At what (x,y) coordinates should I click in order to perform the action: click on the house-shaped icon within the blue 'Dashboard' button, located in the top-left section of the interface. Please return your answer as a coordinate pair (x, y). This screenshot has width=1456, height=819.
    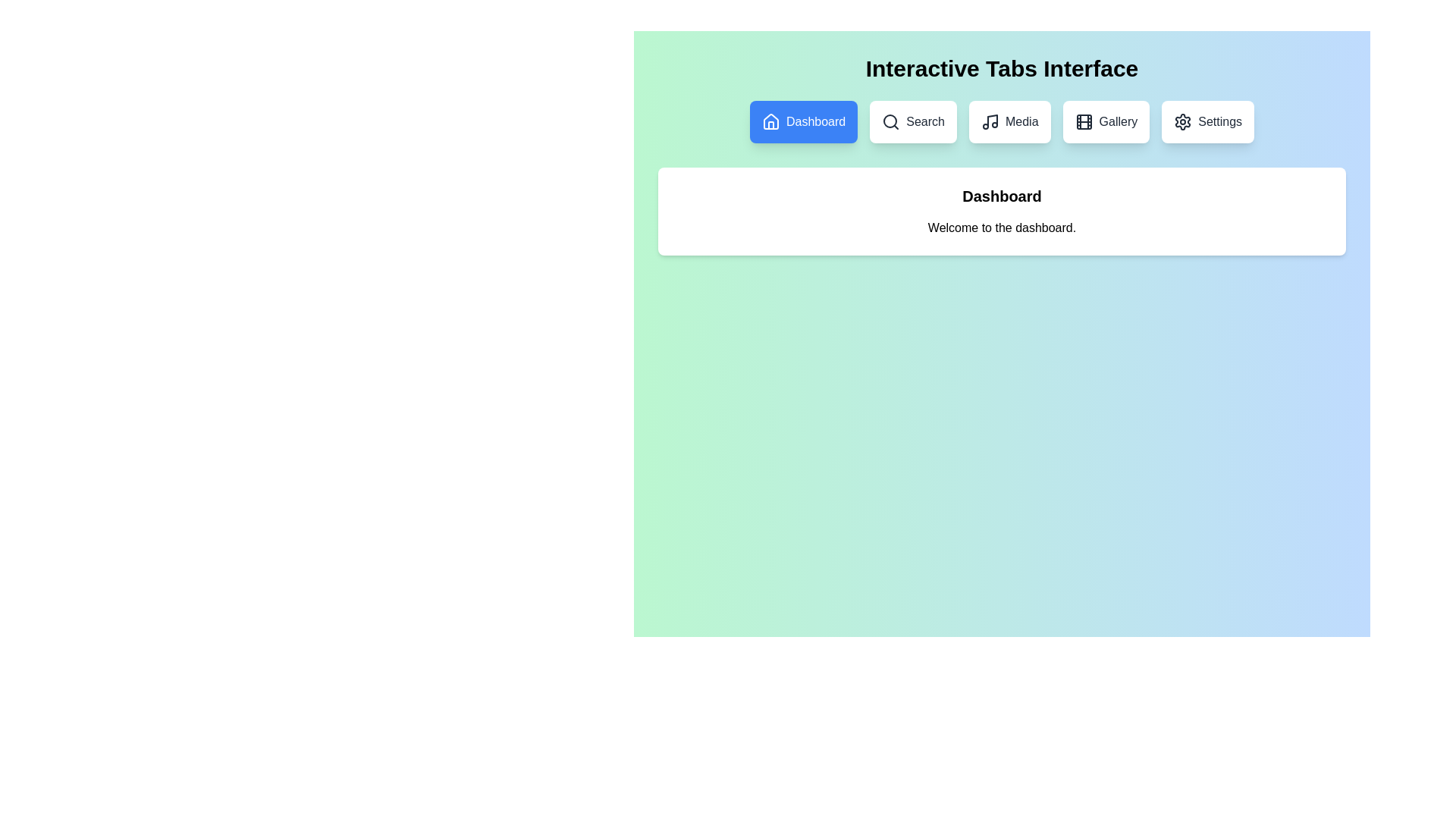
    Looking at the image, I should click on (771, 121).